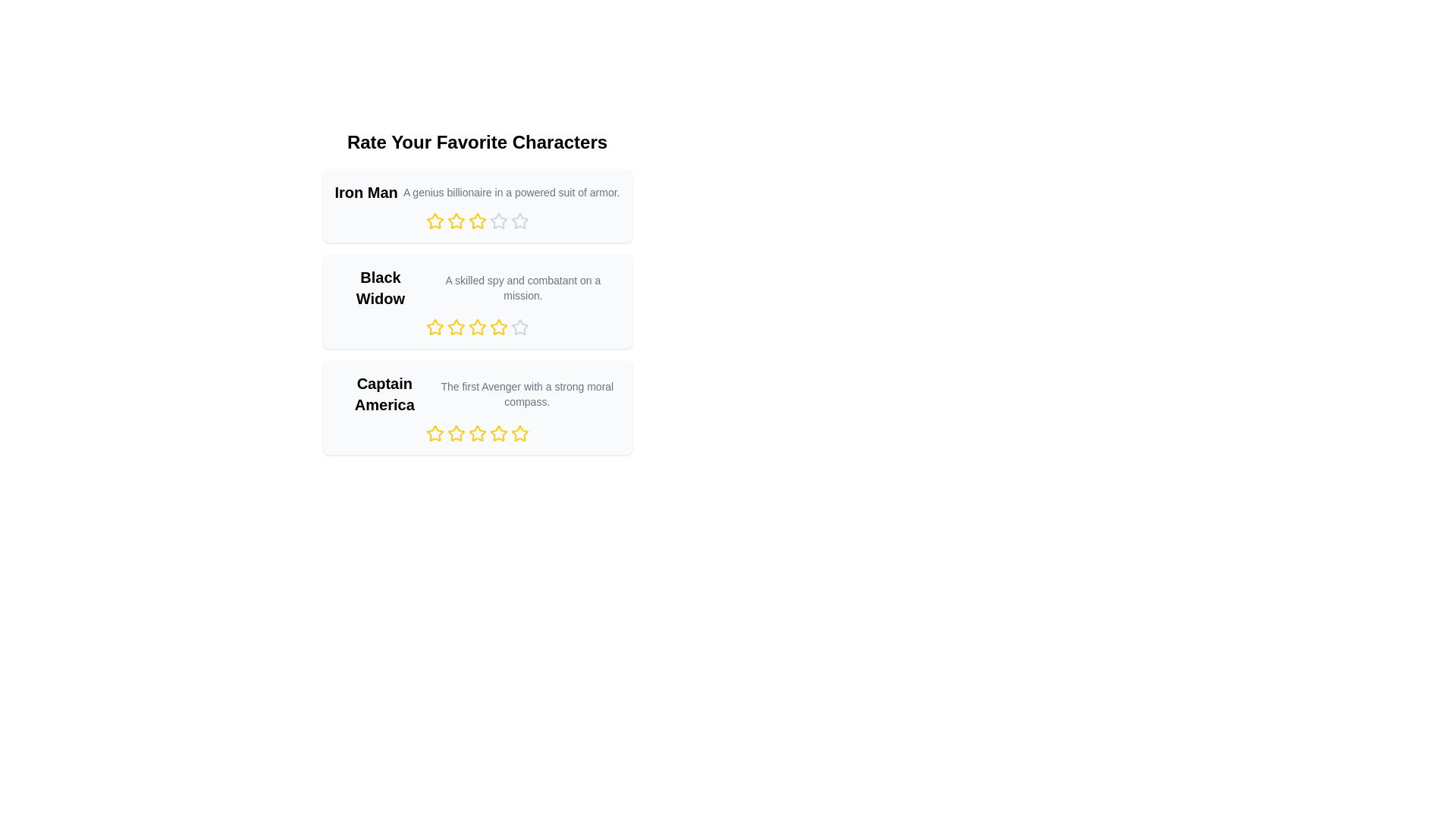 This screenshot has height=819, width=1456. What do you see at coordinates (476, 406) in the screenshot?
I see `the star in the rating system of the 'Captain America' card to rate the character` at bounding box center [476, 406].